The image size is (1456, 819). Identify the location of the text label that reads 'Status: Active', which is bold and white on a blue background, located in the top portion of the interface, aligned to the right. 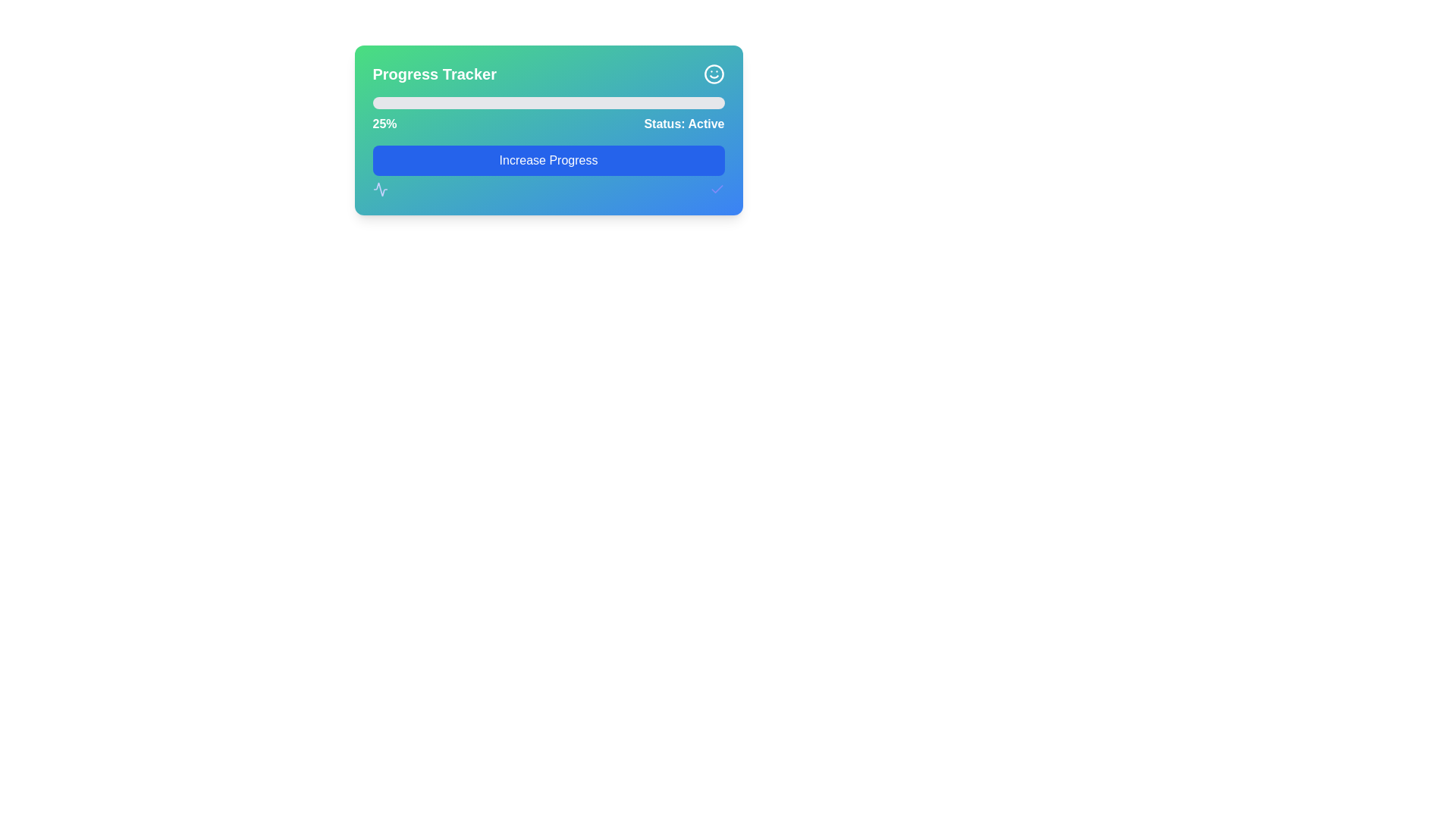
(683, 124).